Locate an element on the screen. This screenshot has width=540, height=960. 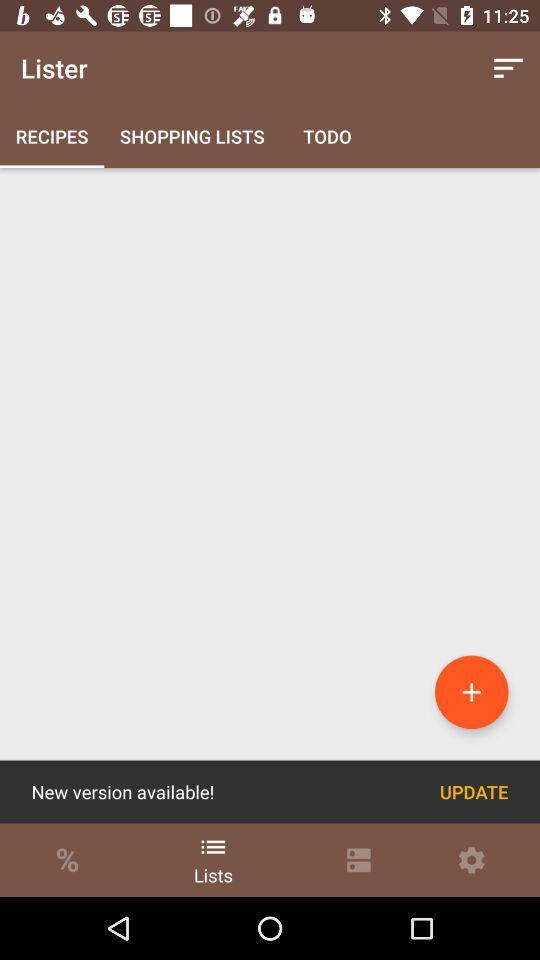
the icon at the top right corner is located at coordinates (508, 68).